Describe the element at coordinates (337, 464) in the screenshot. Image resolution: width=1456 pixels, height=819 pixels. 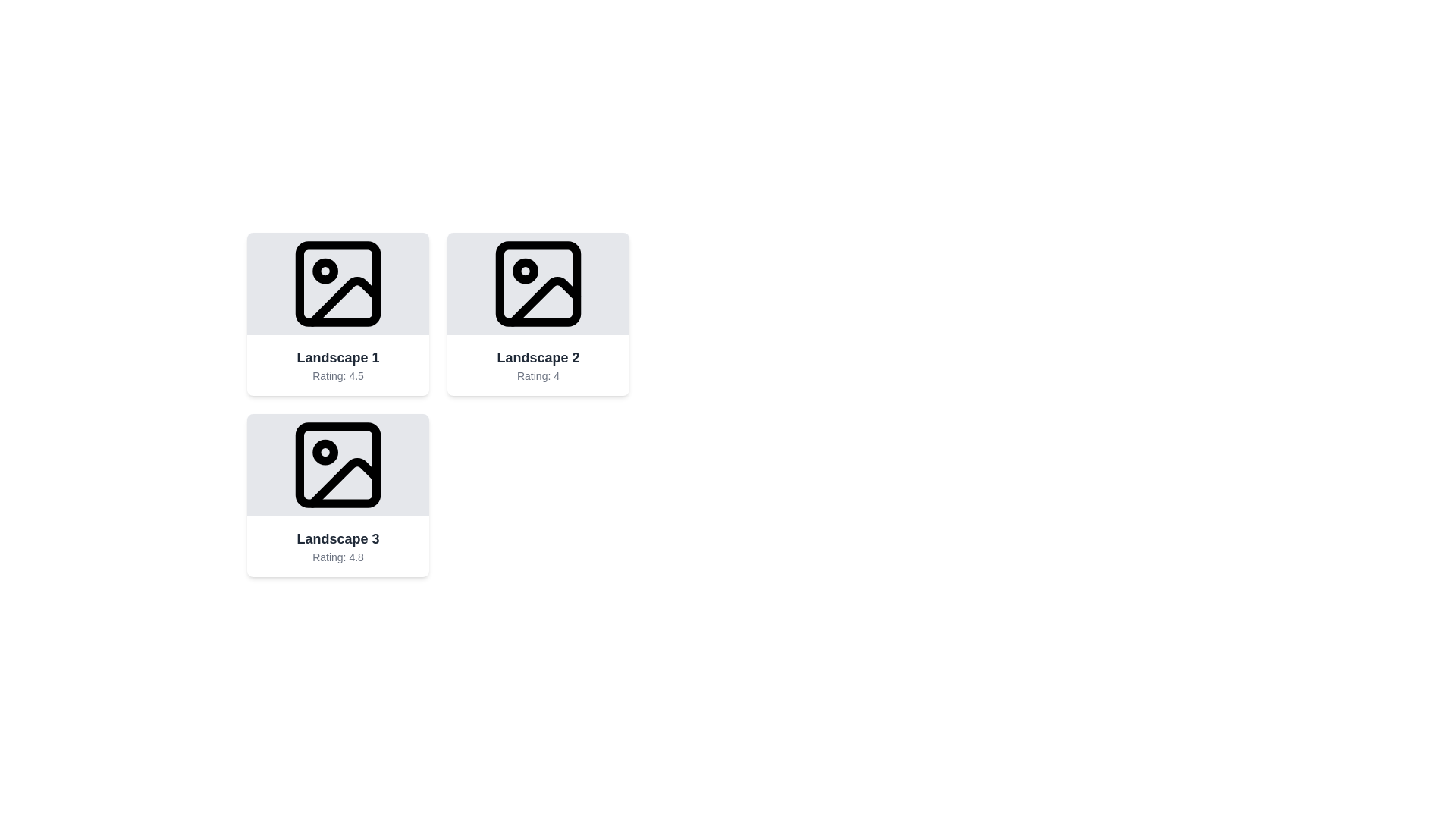
I see `the SVG rectangle decorative component located in the third image of the grid layout, which is part of the illustration for 'Landscape 3'` at that location.